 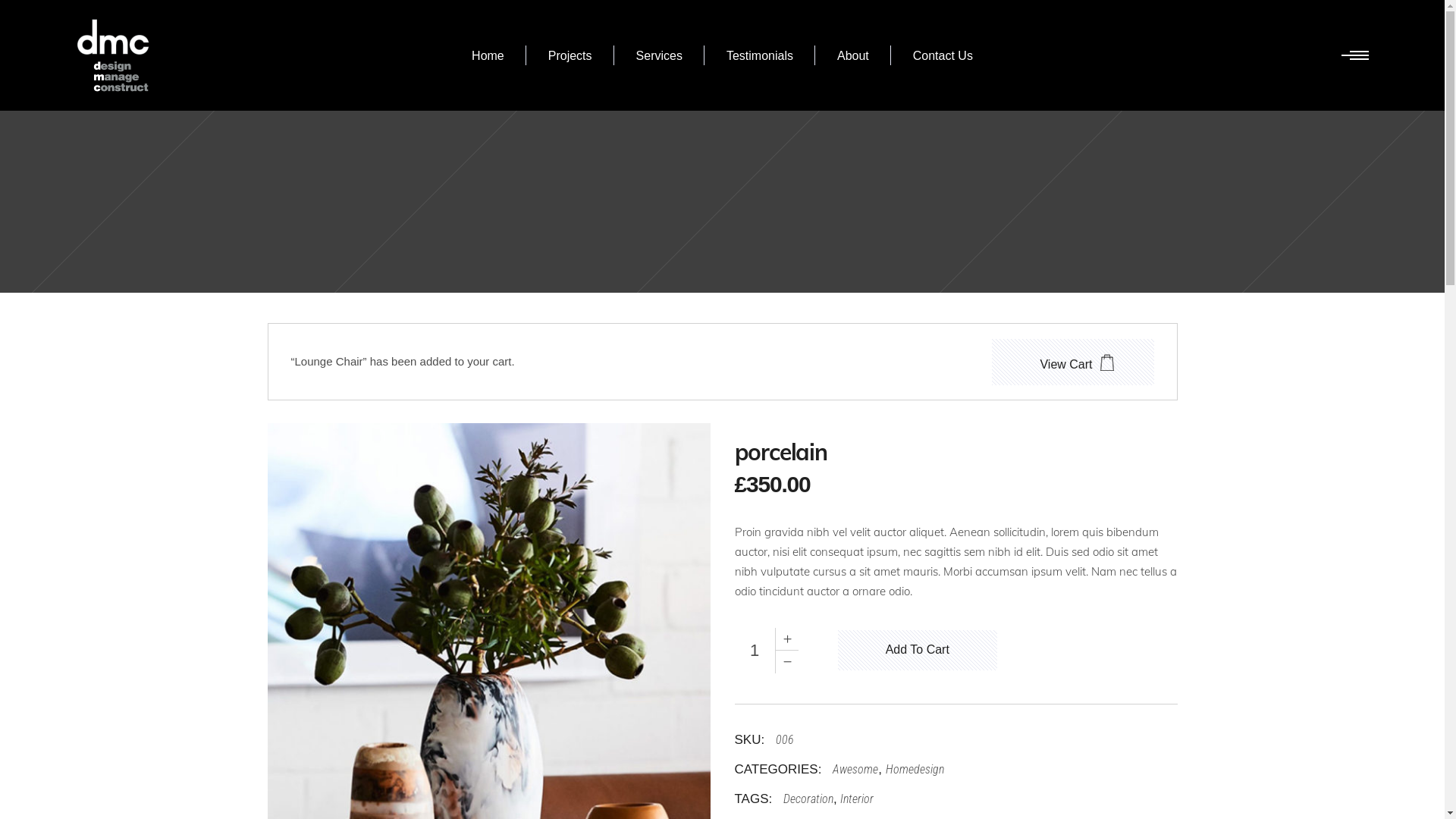 What do you see at coordinates (659, 55) in the screenshot?
I see `'Services'` at bounding box center [659, 55].